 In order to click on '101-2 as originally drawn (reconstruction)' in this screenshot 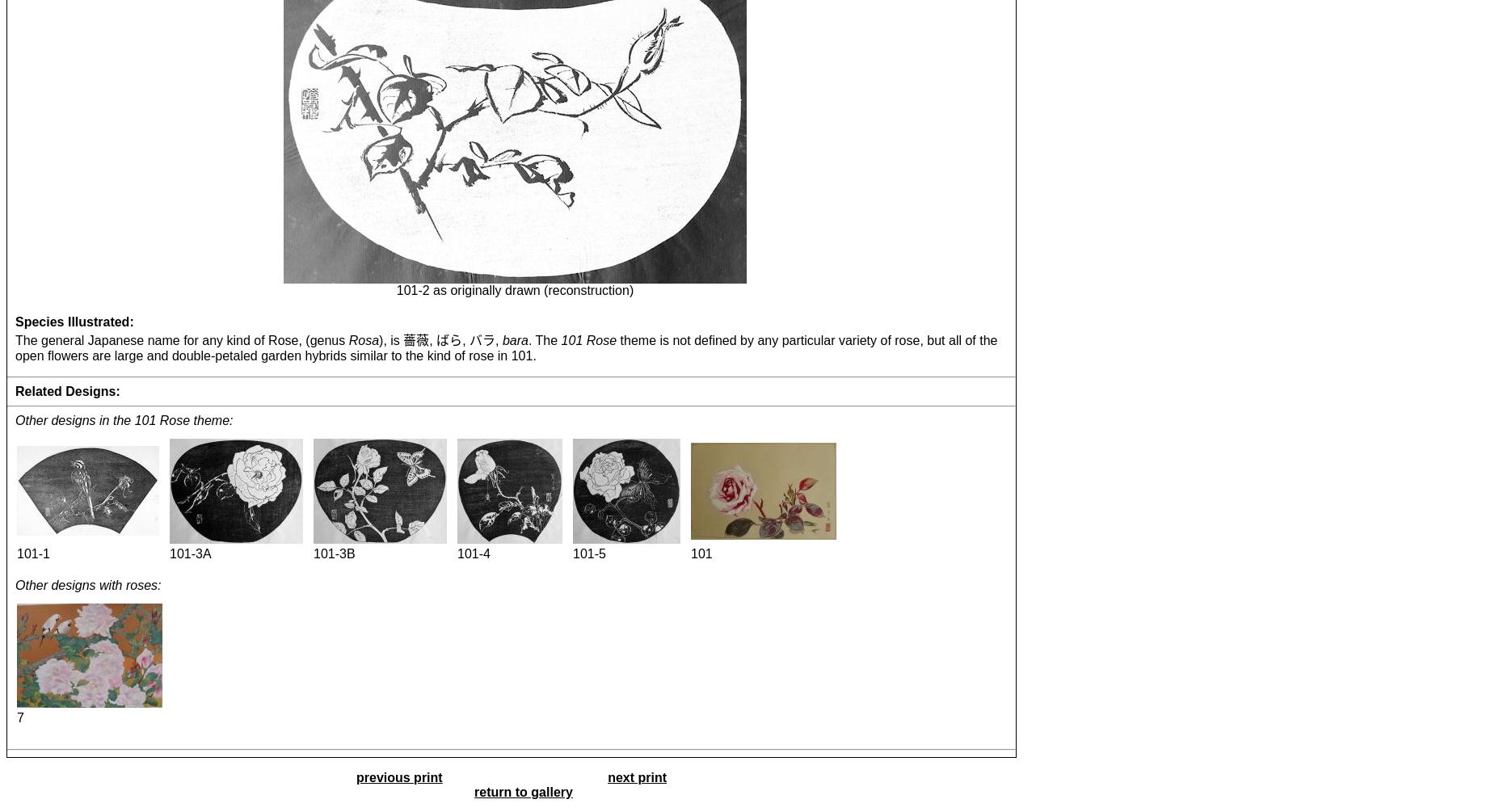, I will do `click(514, 289)`.